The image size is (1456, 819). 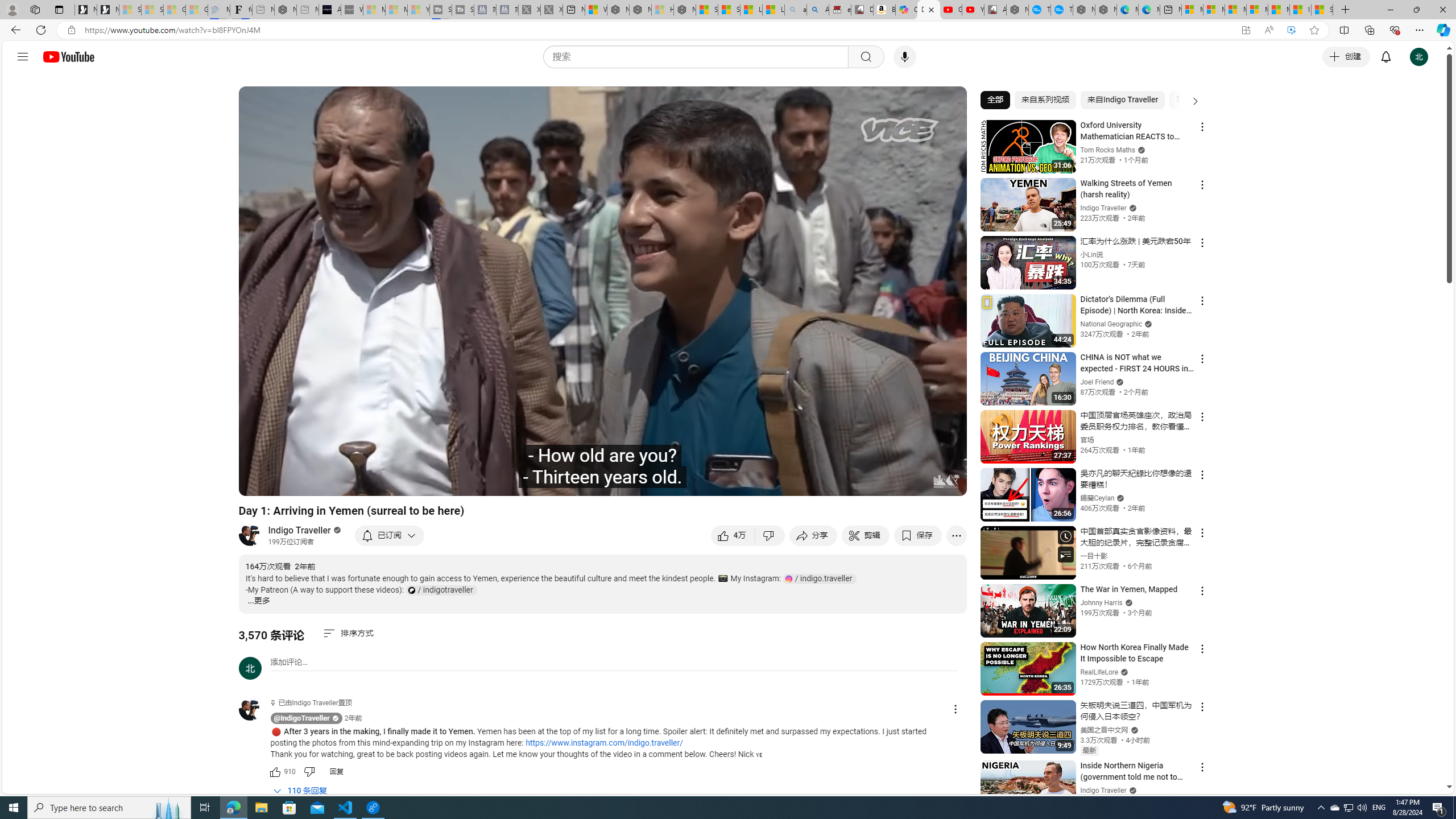 I want to click on 'Microsoft Start - Sleeping', so click(x=396, y=9).